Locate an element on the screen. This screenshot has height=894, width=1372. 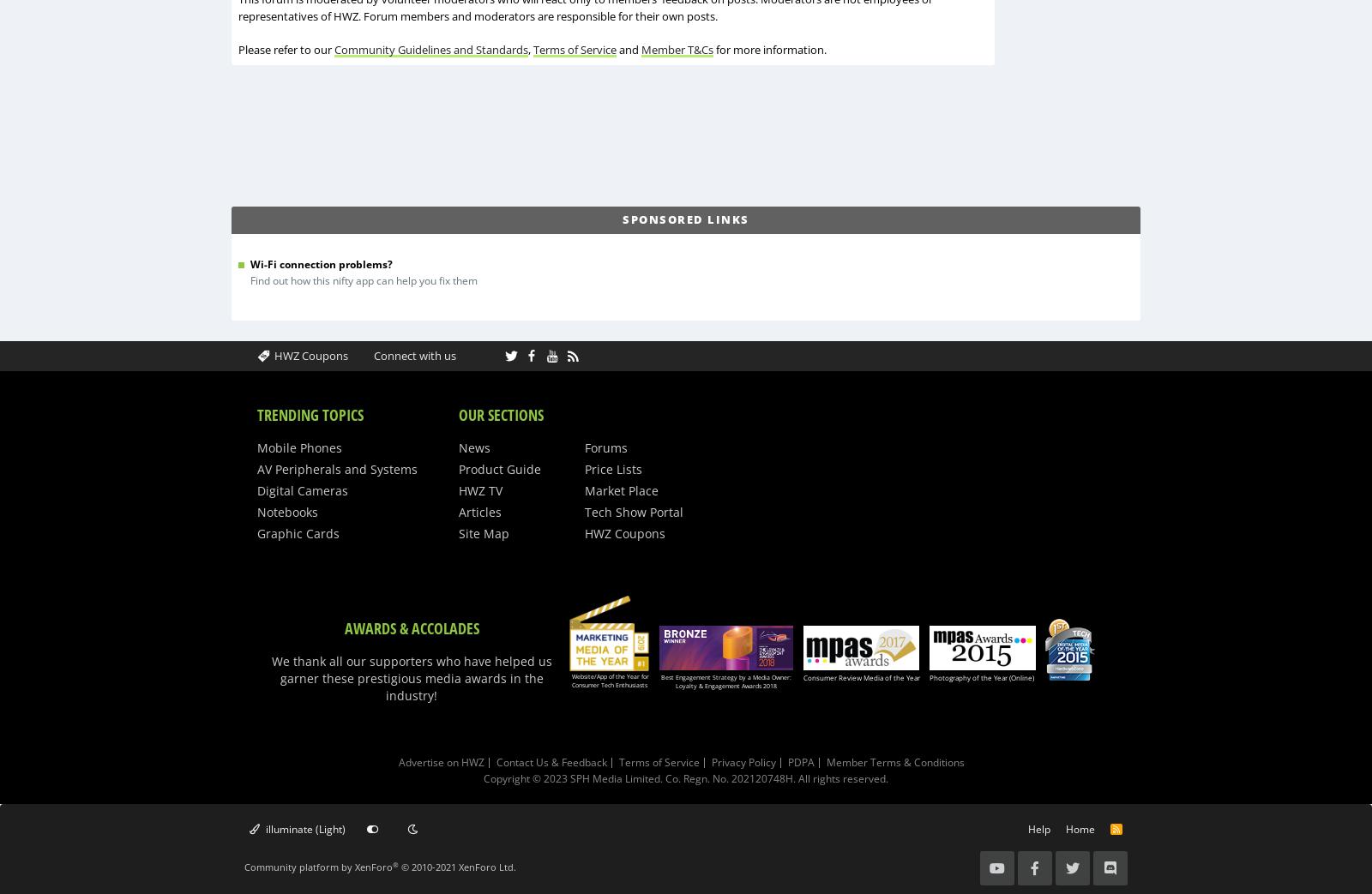
'Connect with us' is located at coordinates (373, 354).